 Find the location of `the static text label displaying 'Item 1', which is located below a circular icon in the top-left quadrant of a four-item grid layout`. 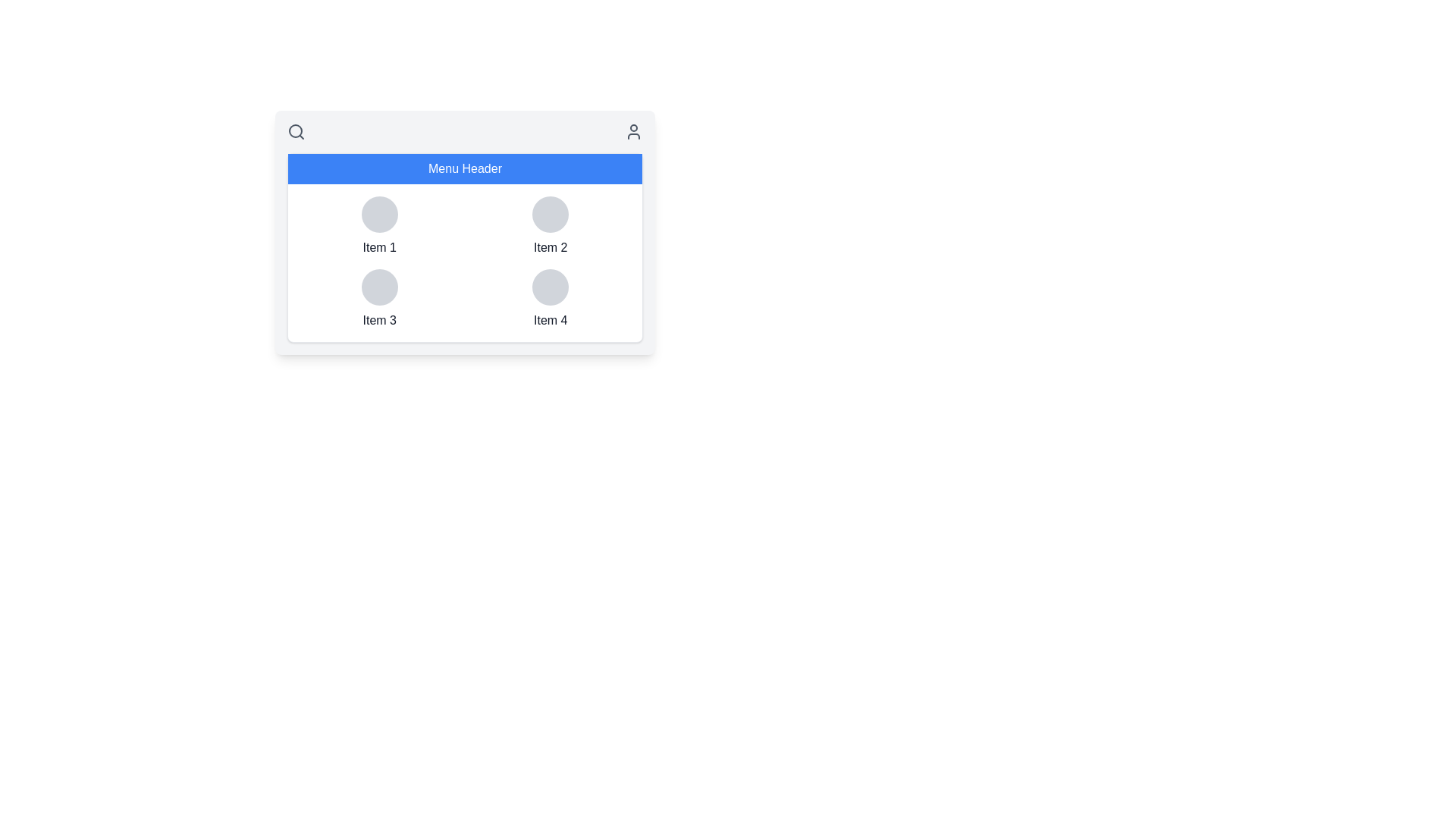

the static text label displaying 'Item 1', which is located below a circular icon in the top-left quadrant of a four-item grid layout is located at coordinates (379, 247).